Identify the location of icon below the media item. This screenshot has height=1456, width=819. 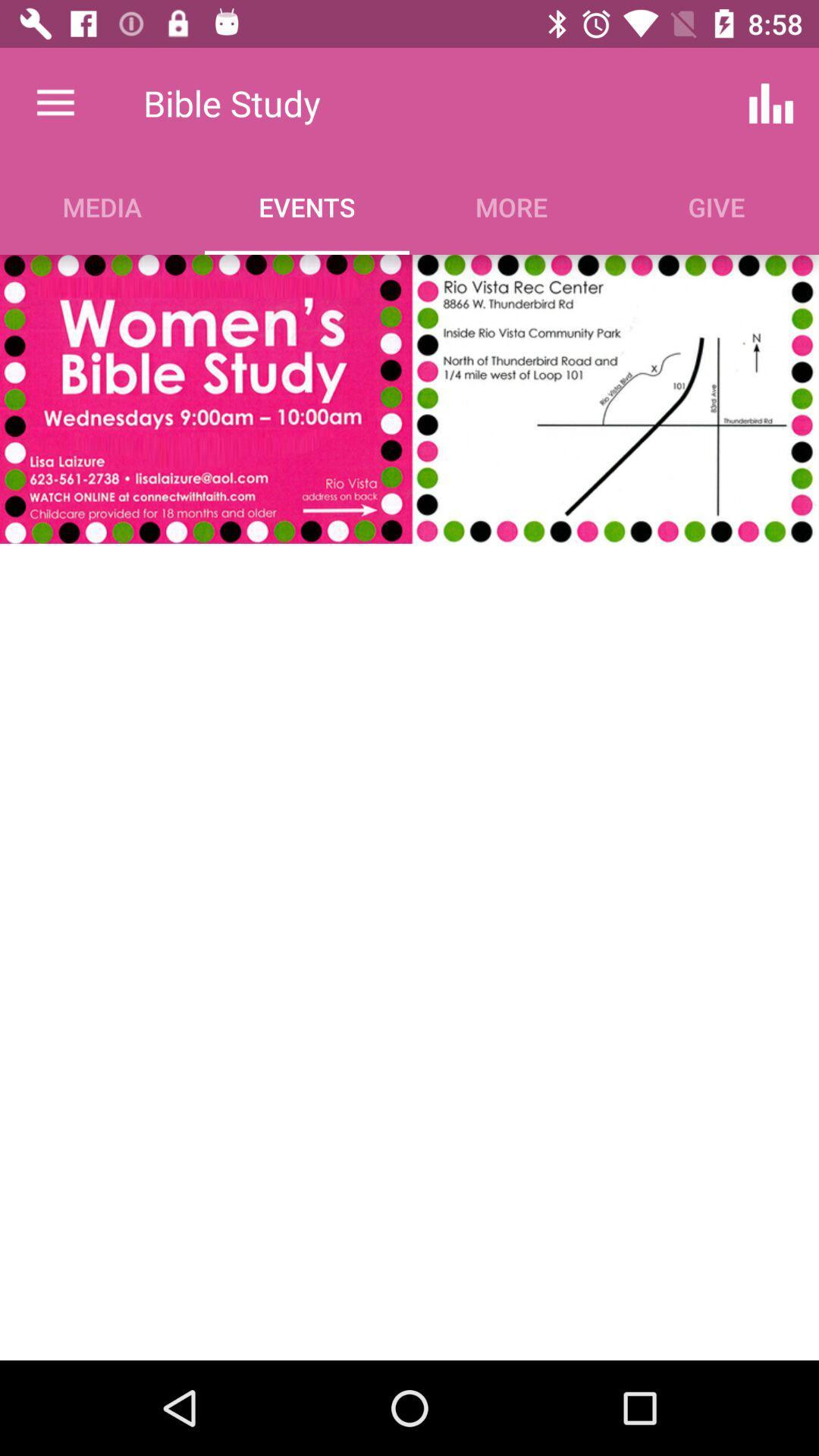
(409, 399).